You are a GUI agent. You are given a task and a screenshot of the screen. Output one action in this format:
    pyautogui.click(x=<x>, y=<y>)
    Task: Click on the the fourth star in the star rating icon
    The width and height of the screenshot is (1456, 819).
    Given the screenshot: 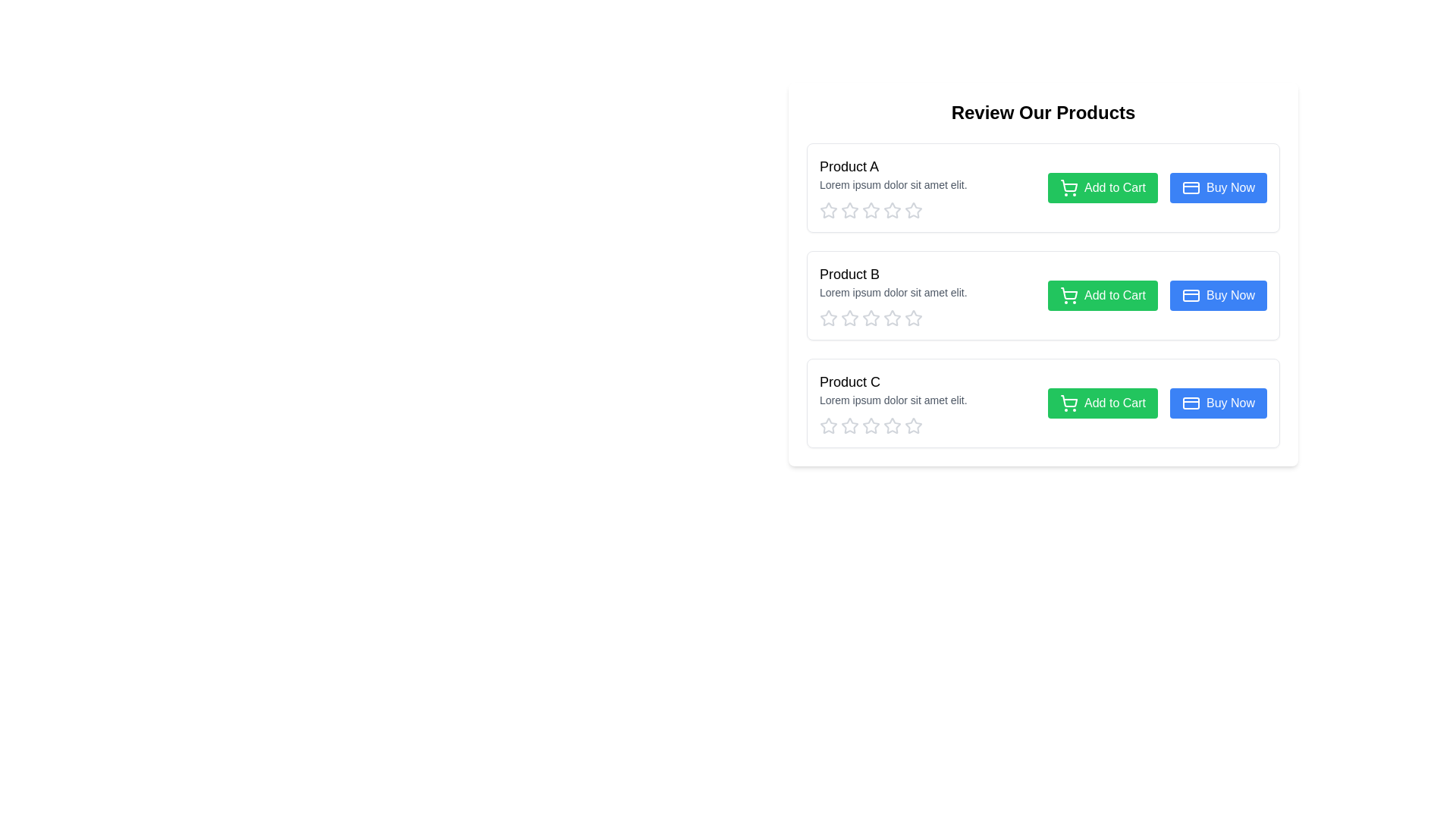 What is the action you would take?
    pyautogui.click(x=871, y=210)
    